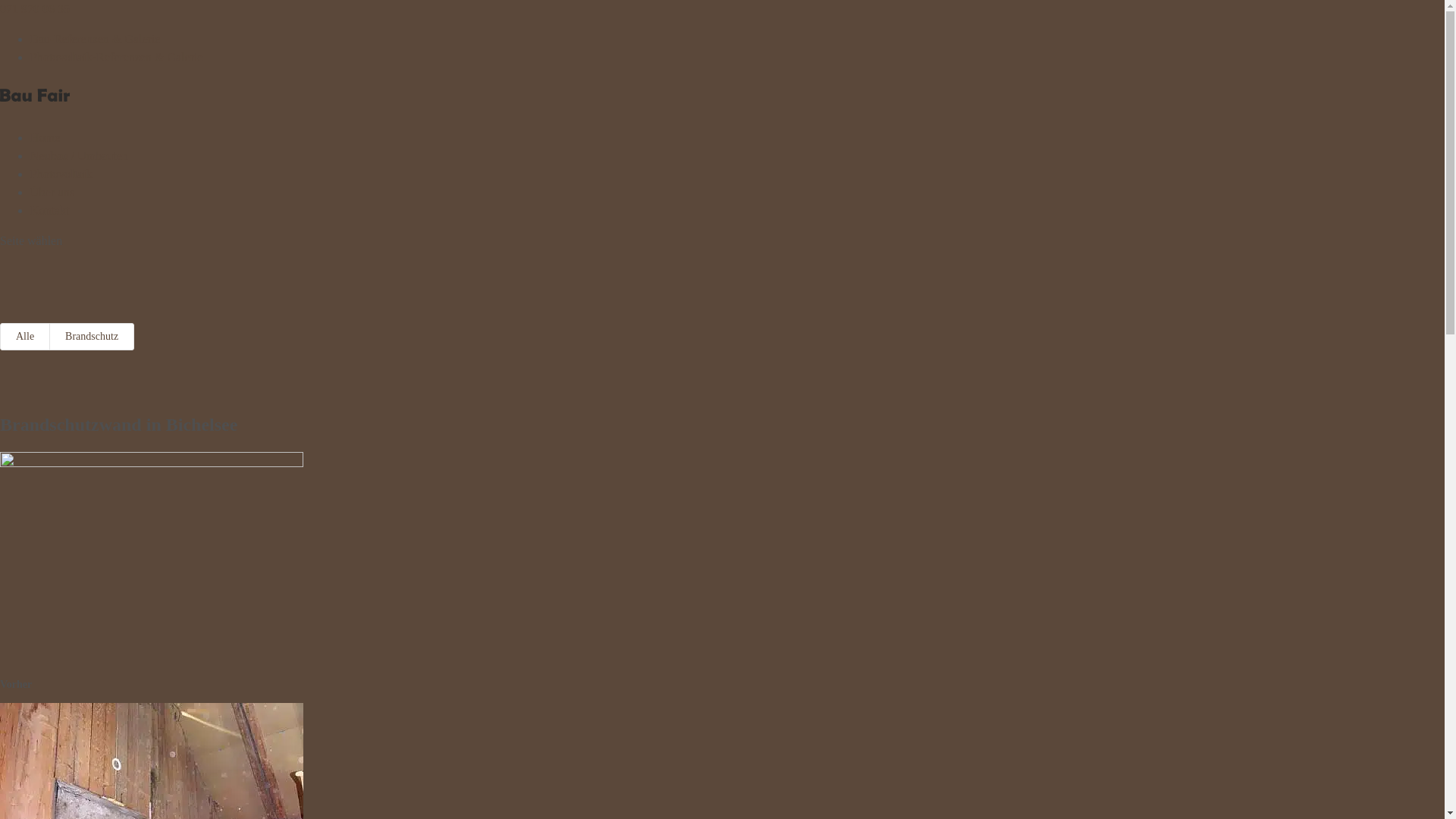 This screenshot has height=819, width=1456. I want to click on 'Photovoltaik', so click(30, 173).